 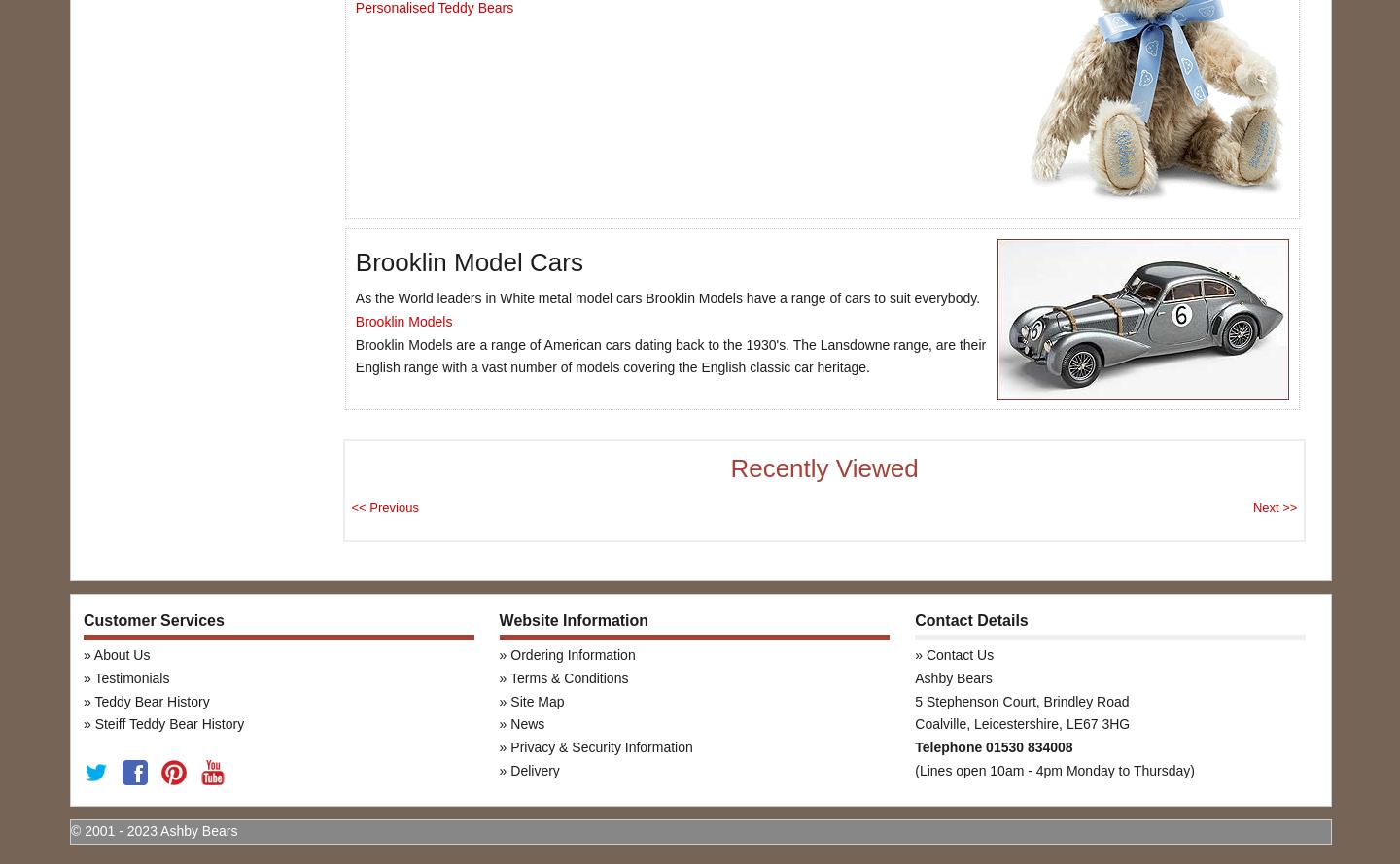 I want to click on 'Brooklin Models are a range of American cars dating back to the 1930's.  The Lansdowne range, are their English range with a vast number of models covering the English classic car heritage.', so click(x=354, y=355).